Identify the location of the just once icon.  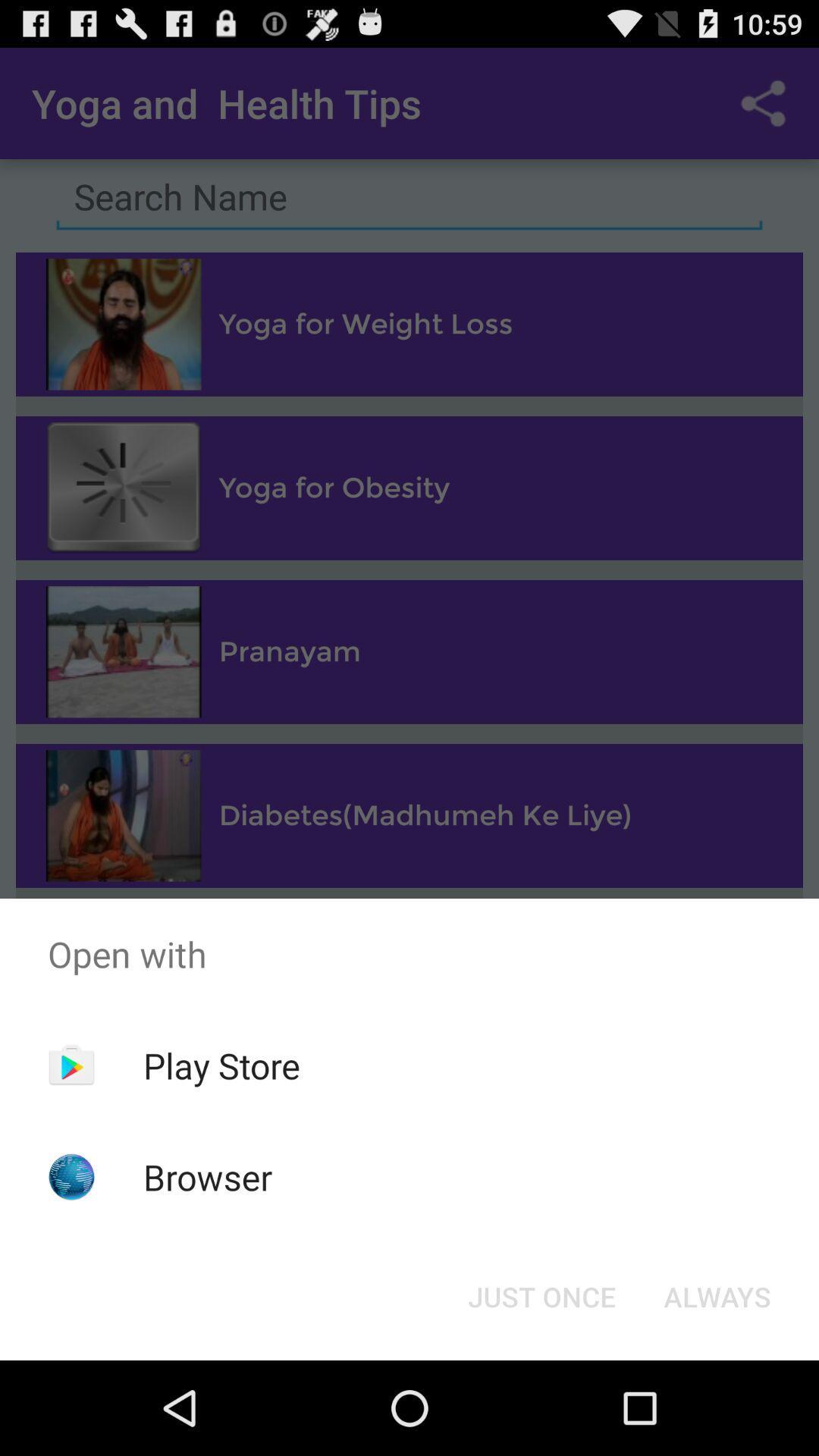
(541, 1295).